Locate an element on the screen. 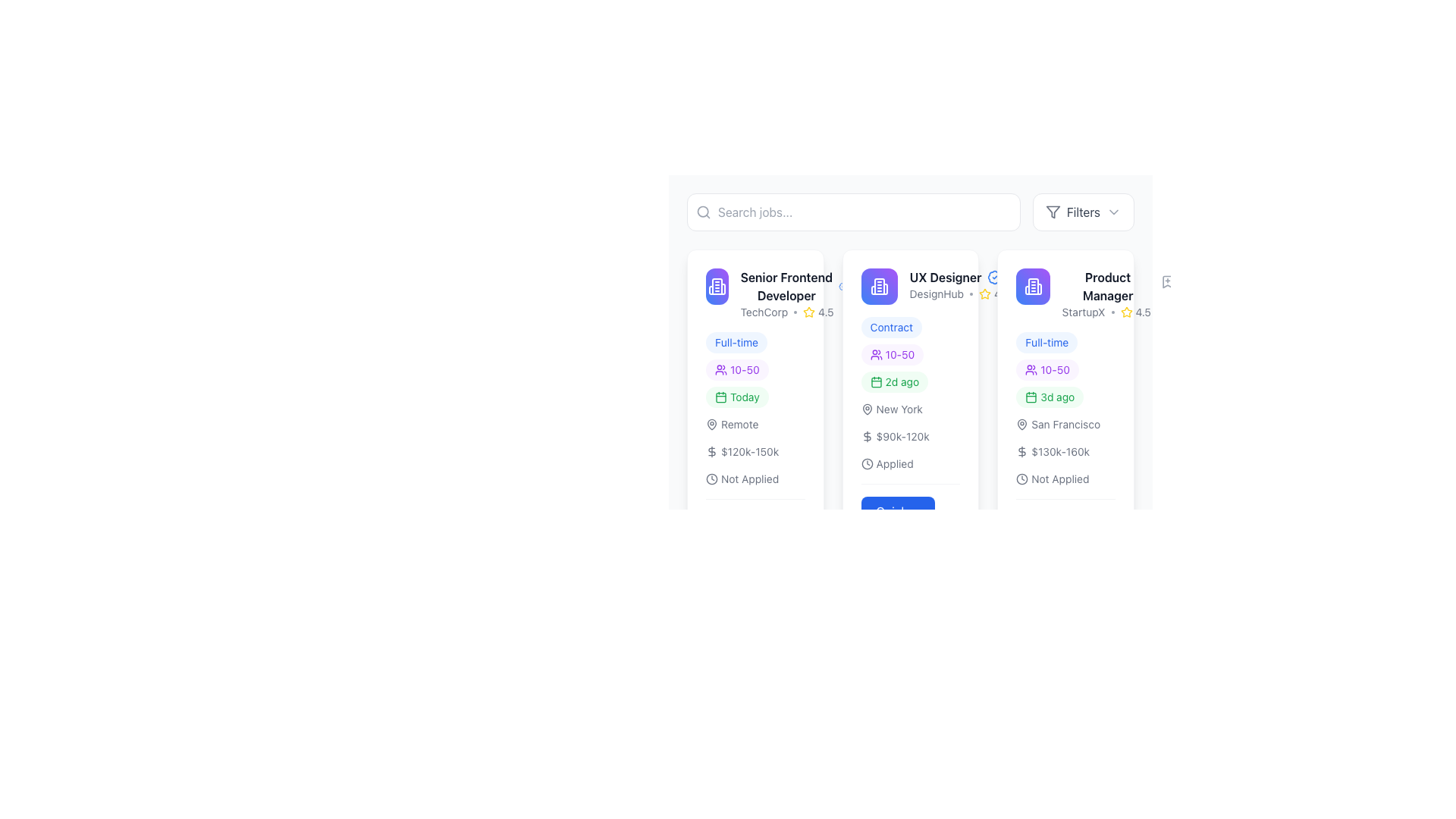  the informative text block located at the bottom of the leftmost job card titled 'Senior Frontend Developer', which provides details about the job posting such as location, salary range, and application status is located at coordinates (755, 451).